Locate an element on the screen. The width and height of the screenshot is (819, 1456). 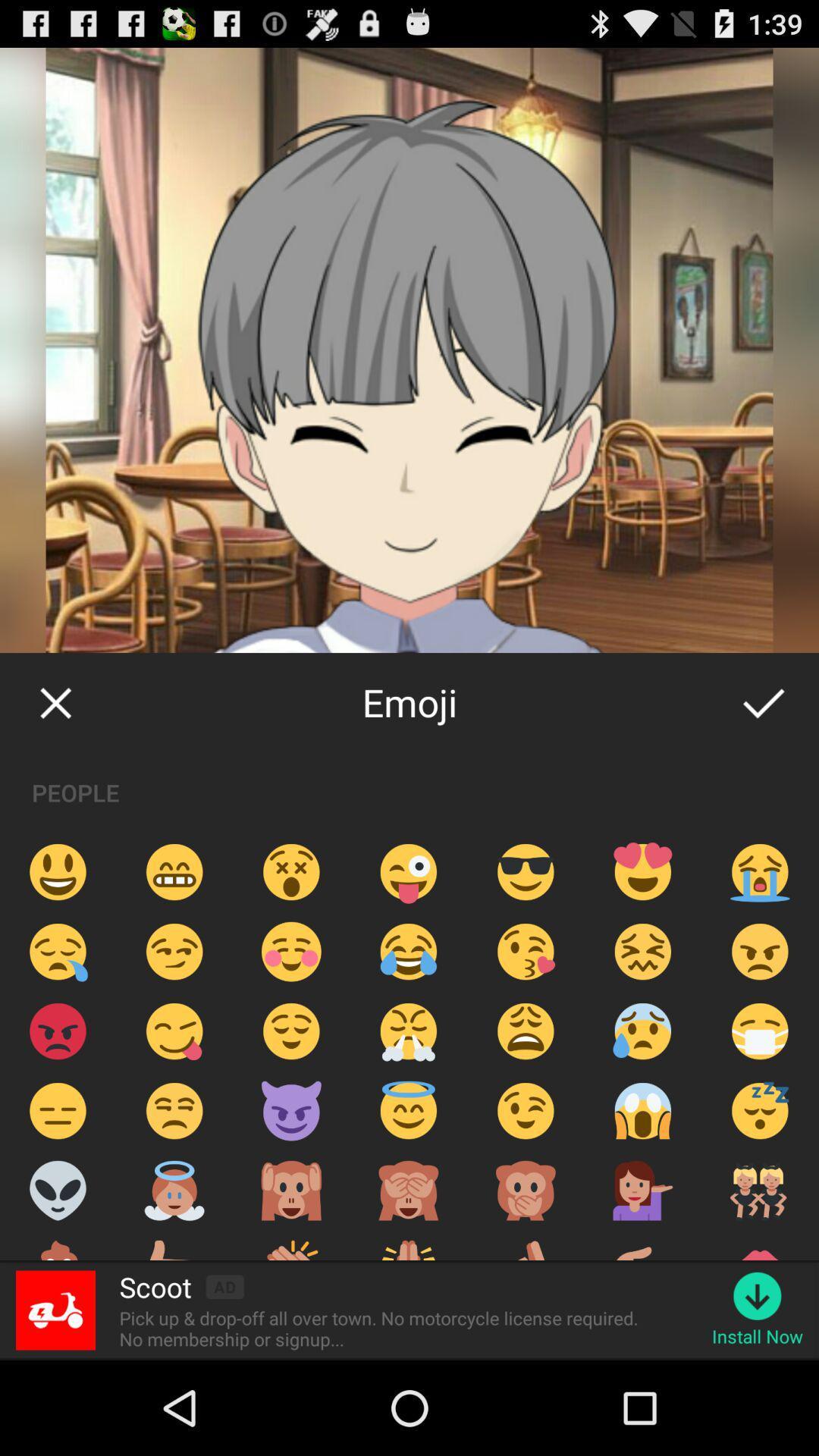
the check icon is located at coordinates (763, 752).